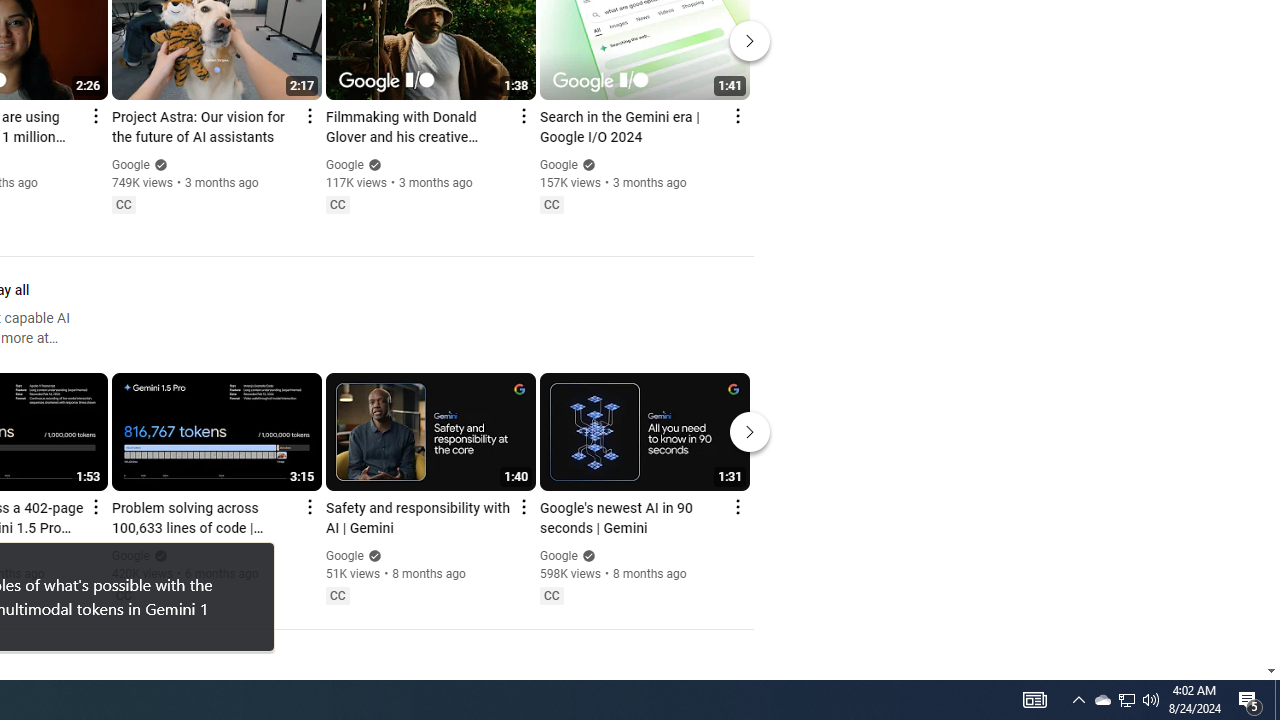 This screenshot has width=1280, height=720. What do you see at coordinates (736, 505) in the screenshot?
I see `'Action menu'` at bounding box center [736, 505].